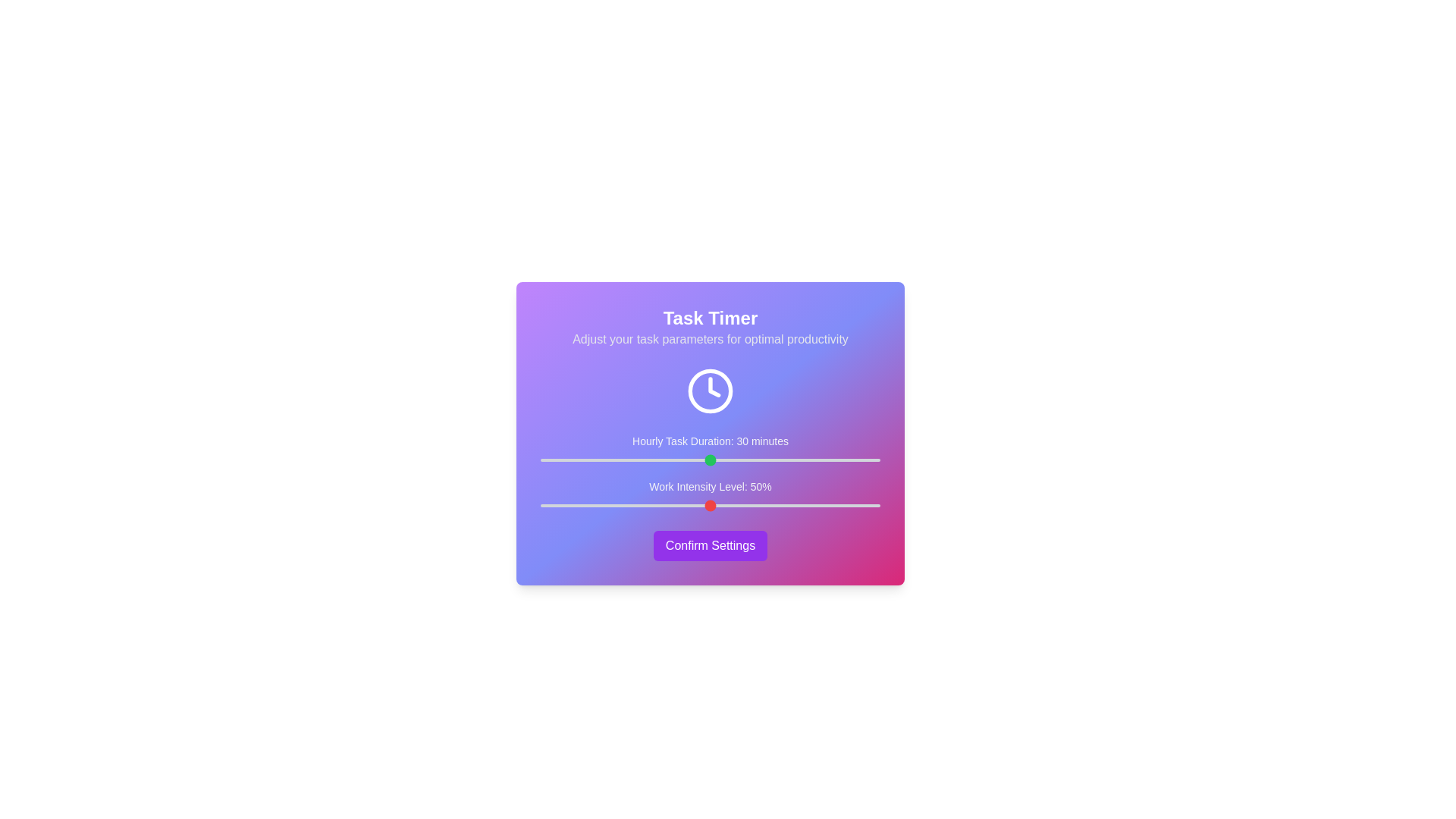 Image resolution: width=1456 pixels, height=819 pixels. I want to click on the work intensity level to 76% by interacting with the slider, so click(798, 506).